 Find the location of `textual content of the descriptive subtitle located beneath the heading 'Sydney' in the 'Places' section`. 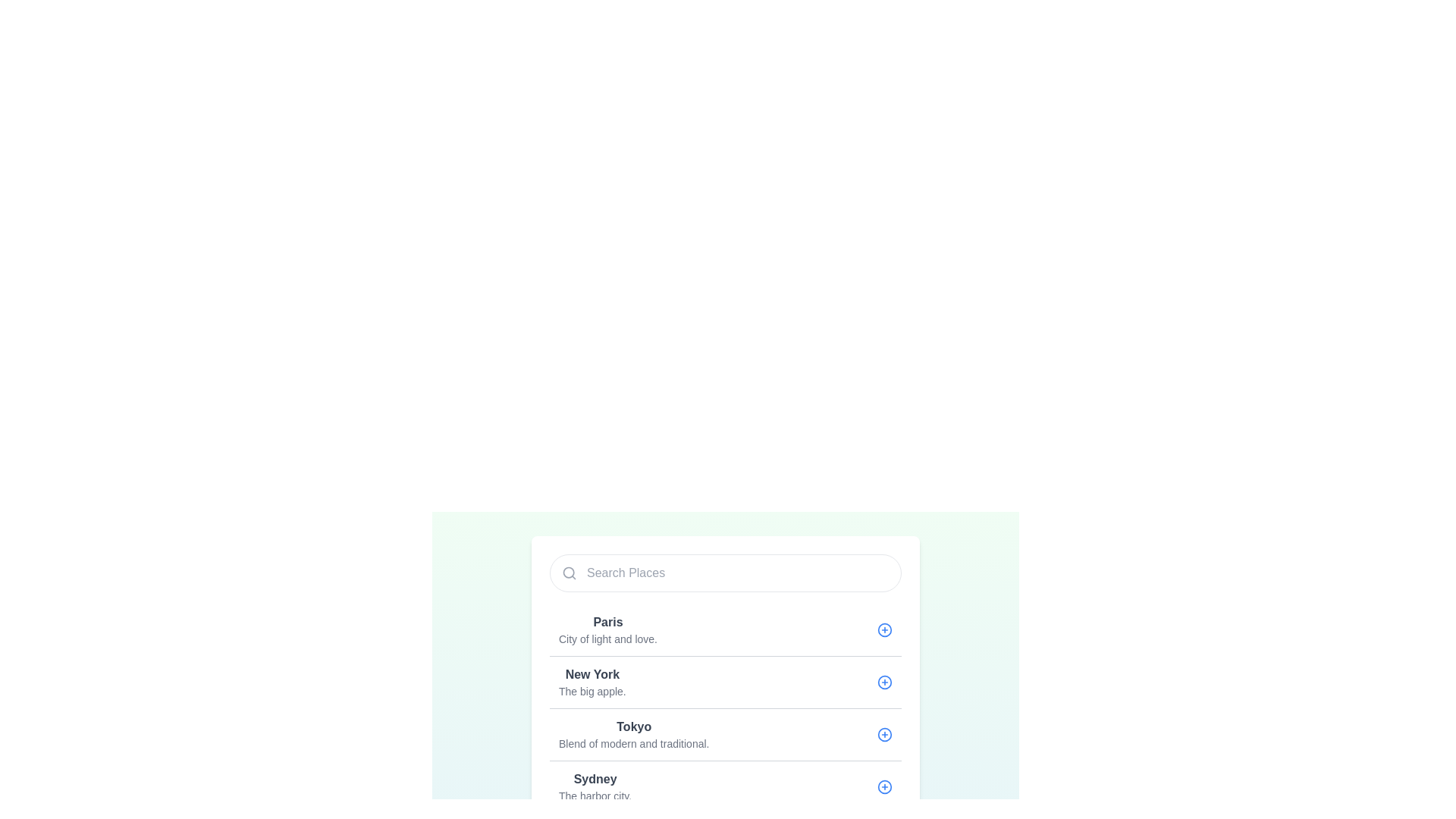

textual content of the descriptive subtitle located beneath the heading 'Sydney' in the 'Places' section is located at coordinates (595, 795).